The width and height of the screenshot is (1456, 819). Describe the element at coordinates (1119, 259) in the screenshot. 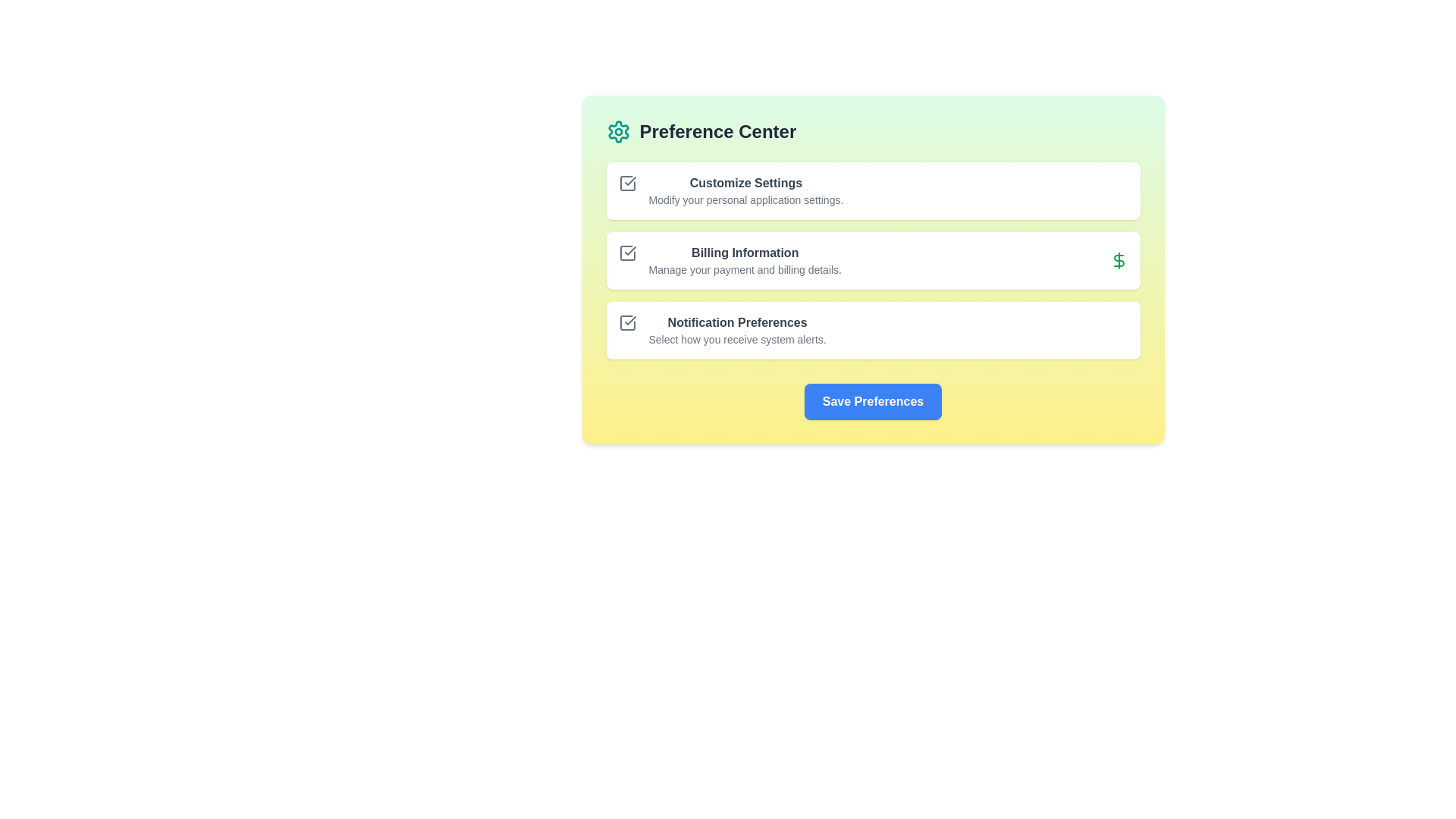

I see `the green dollar sign icon styled with SVG located in the 'Billing Information' section of the 'Preference Center', positioned to the far-right side of the 'Billing Information' card` at that location.